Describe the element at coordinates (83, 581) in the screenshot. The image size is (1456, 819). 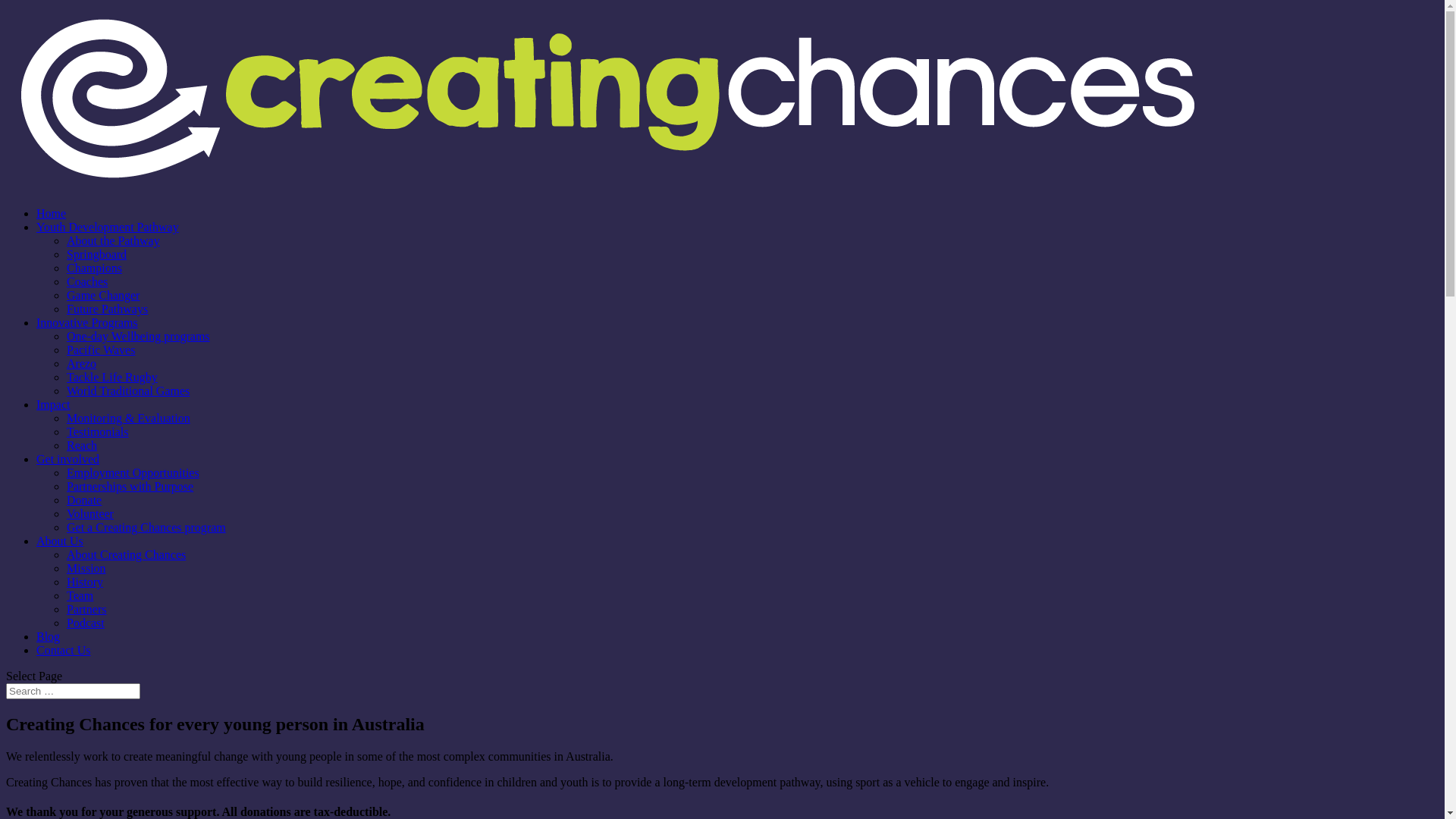
I see `'History'` at that location.